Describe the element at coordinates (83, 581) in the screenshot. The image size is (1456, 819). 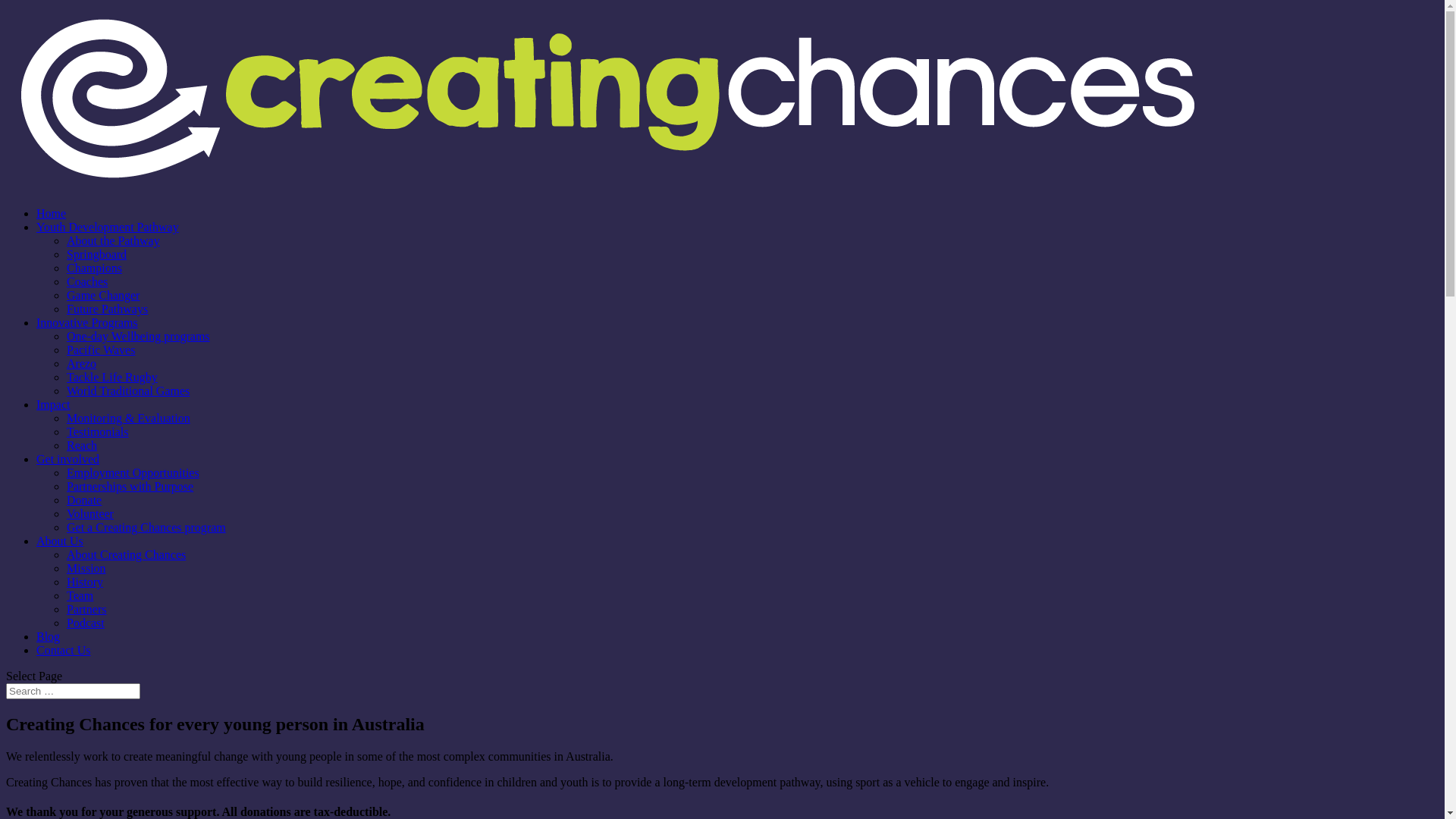
I see `'History'` at that location.